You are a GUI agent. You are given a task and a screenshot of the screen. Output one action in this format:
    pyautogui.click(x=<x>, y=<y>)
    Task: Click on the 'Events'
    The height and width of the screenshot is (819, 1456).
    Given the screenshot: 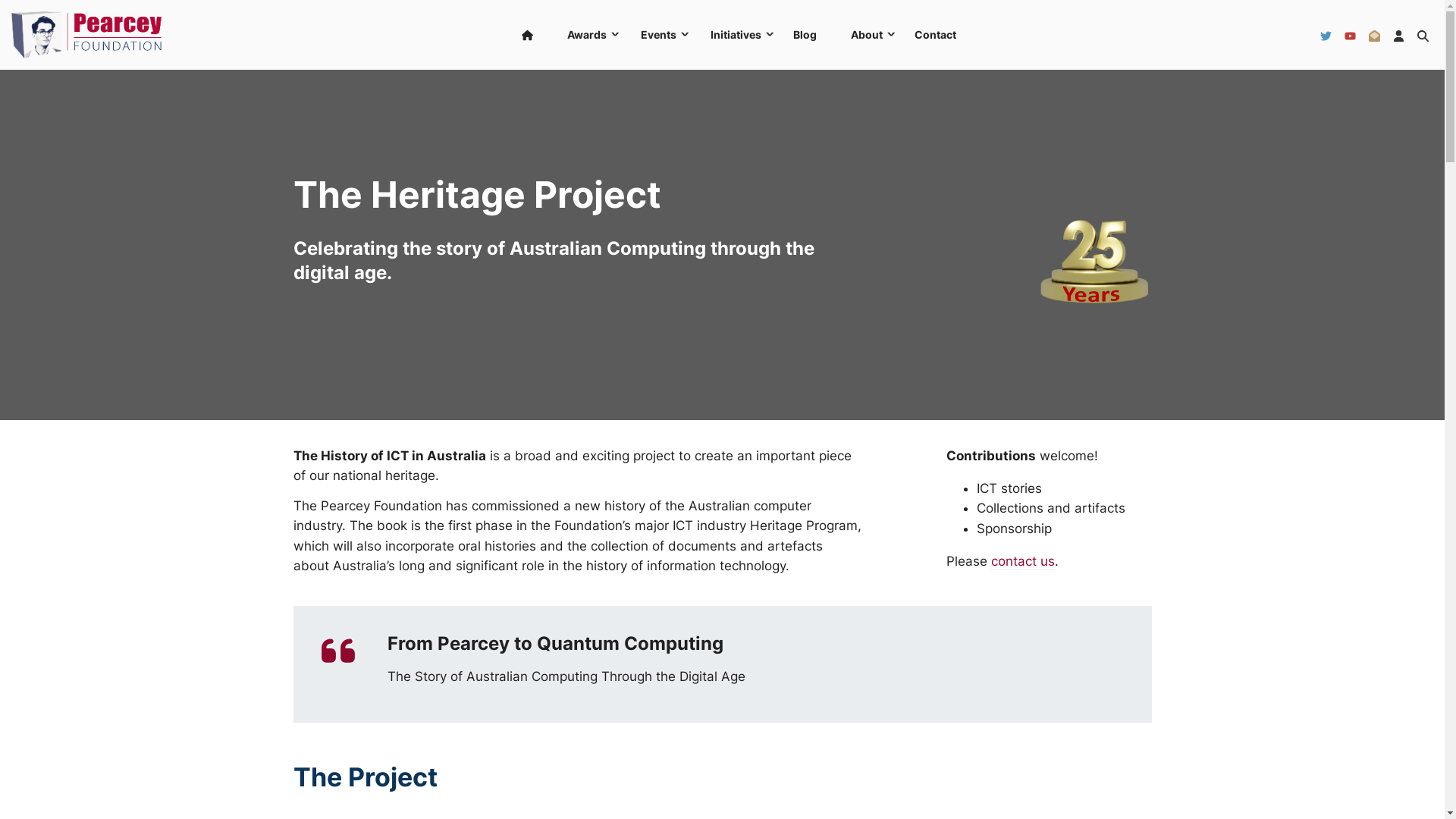 What is the action you would take?
    pyautogui.click(x=657, y=34)
    